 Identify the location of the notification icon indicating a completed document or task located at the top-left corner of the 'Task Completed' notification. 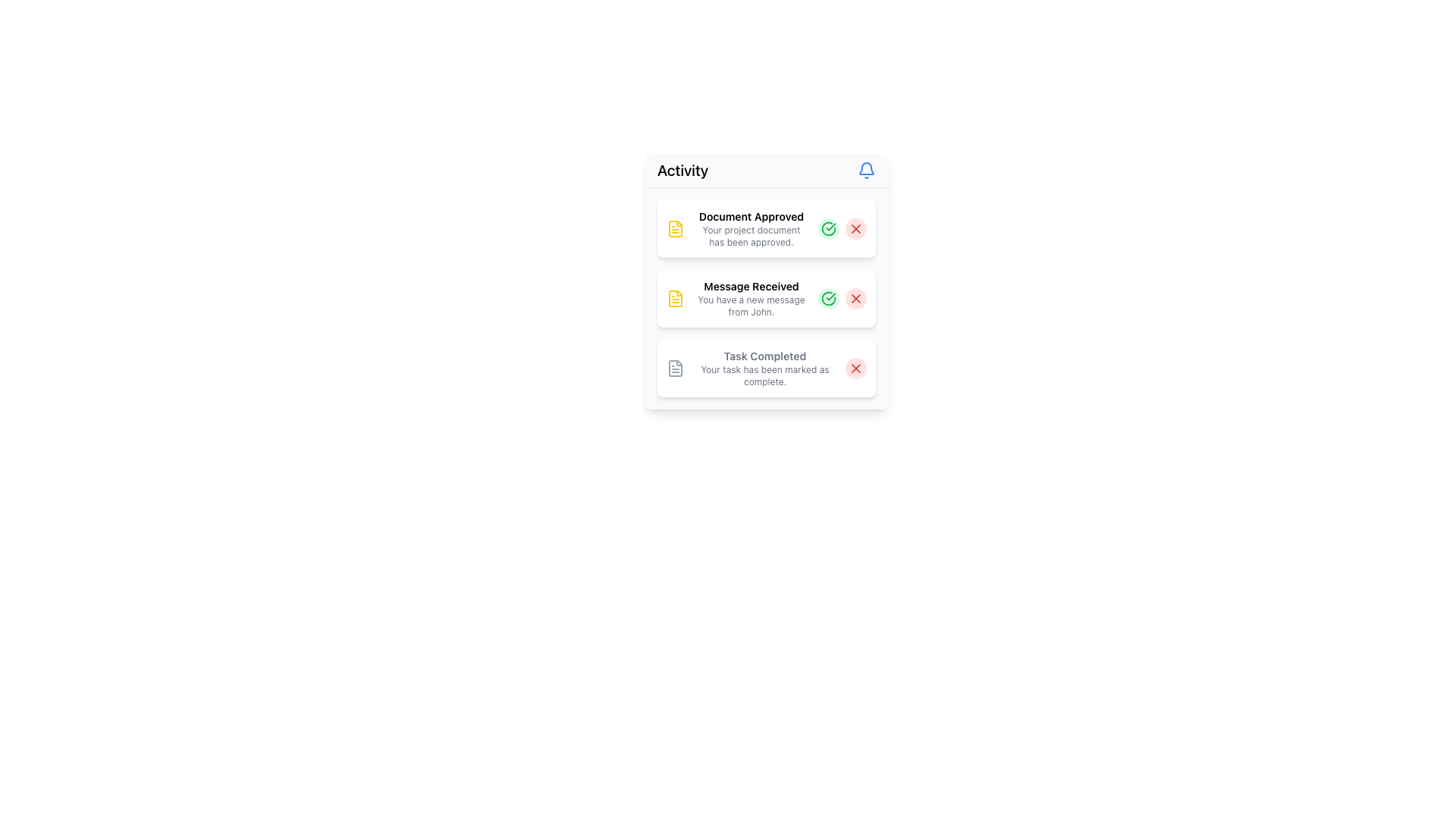
(675, 369).